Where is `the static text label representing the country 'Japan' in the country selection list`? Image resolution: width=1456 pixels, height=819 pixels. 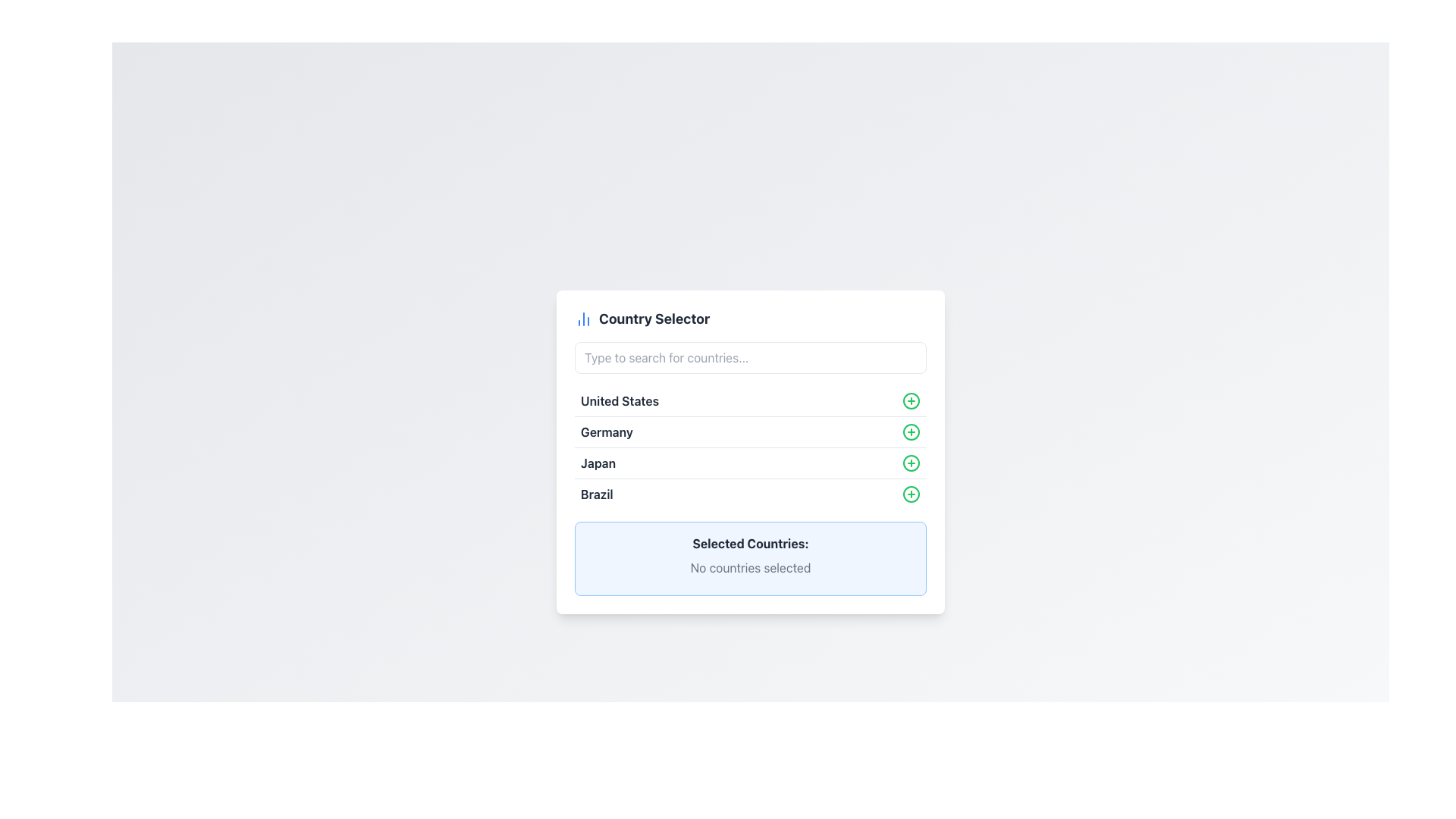
the static text label representing the country 'Japan' in the country selection list is located at coordinates (598, 462).